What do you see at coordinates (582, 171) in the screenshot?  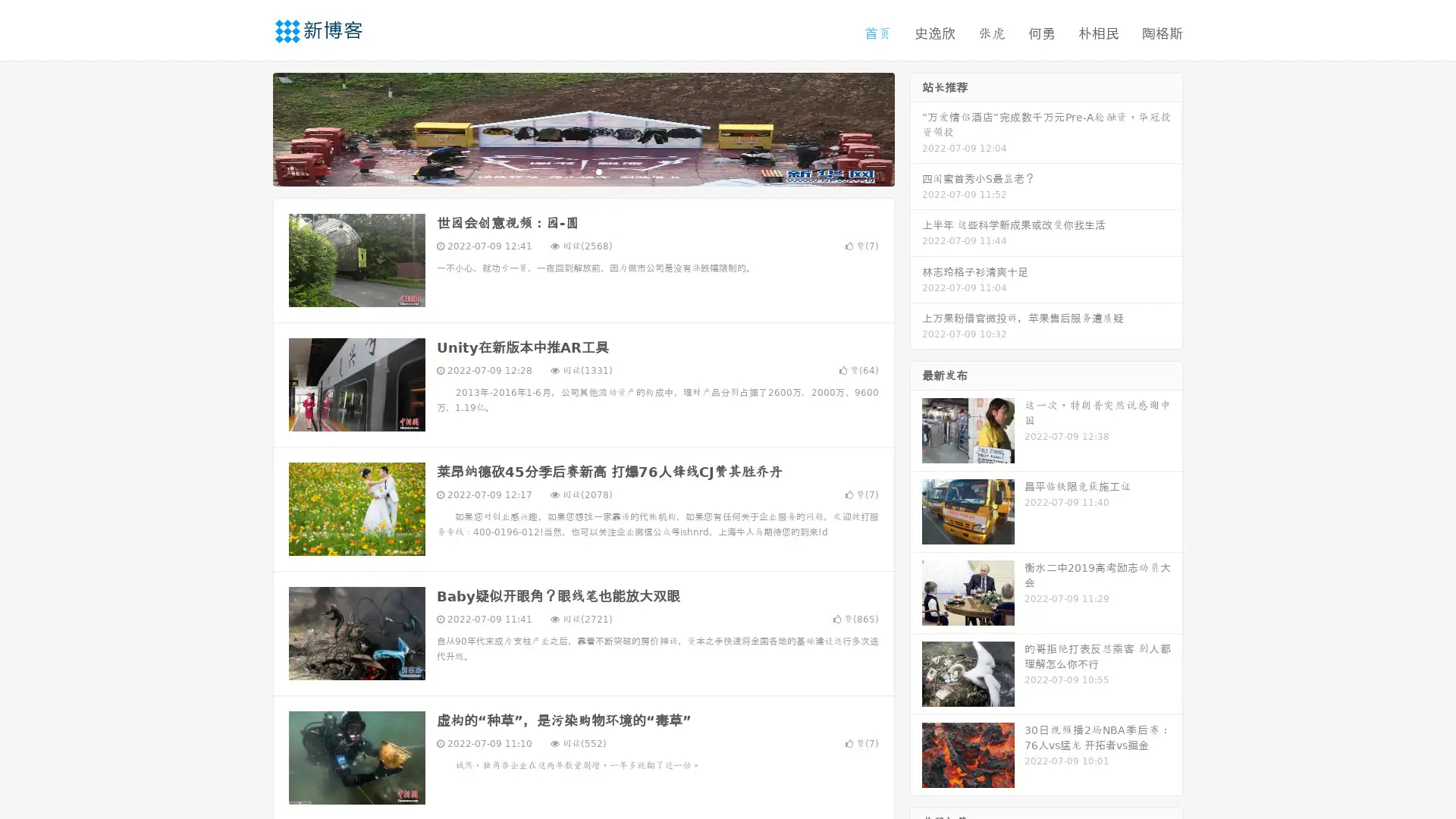 I see `Go to slide 2` at bounding box center [582, 171].